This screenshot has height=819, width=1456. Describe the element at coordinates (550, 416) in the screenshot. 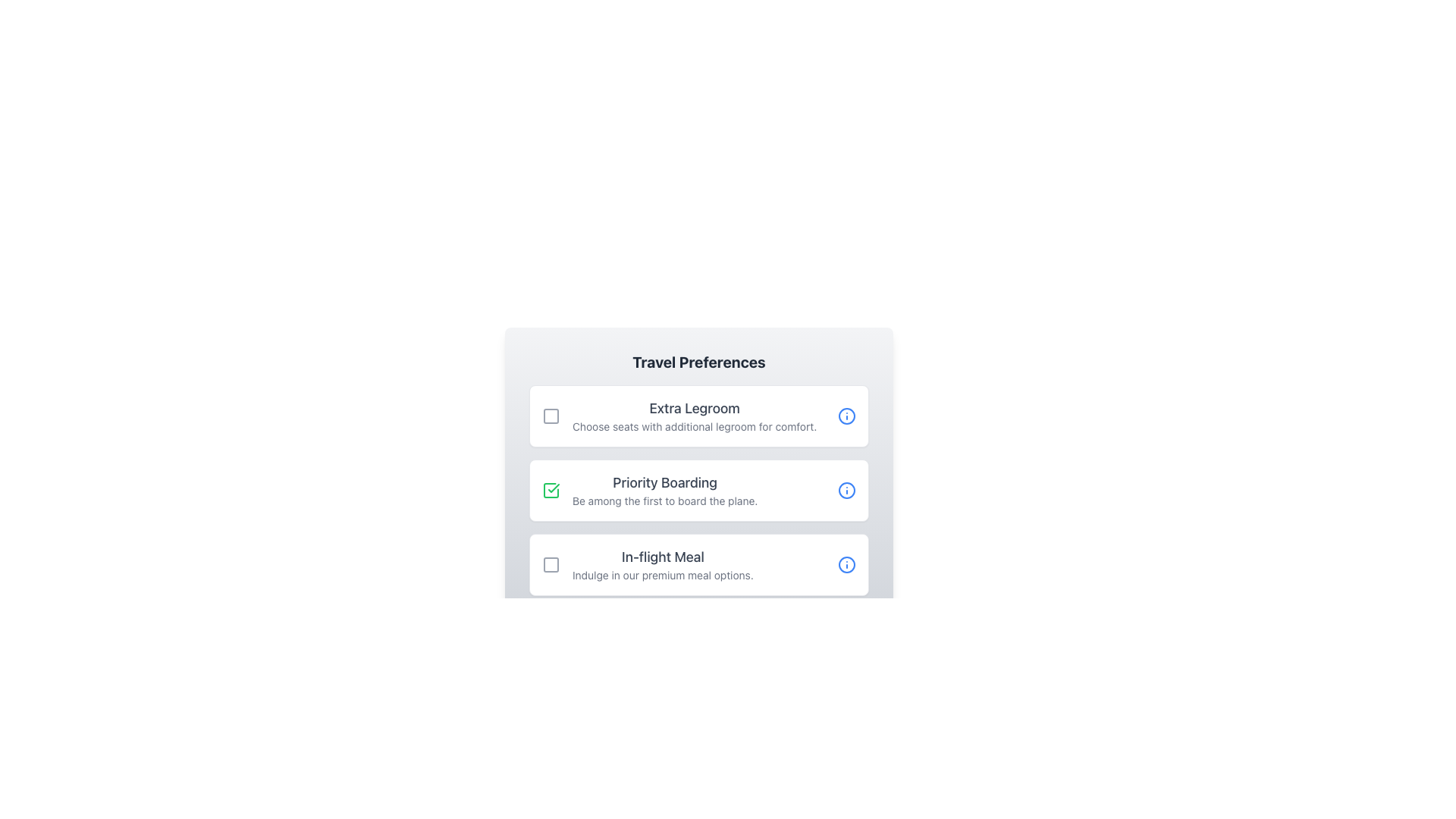

I see `the checkbox with a light gray border and white background located next to the 'Extra Legroom' text to deselect it` at that location.